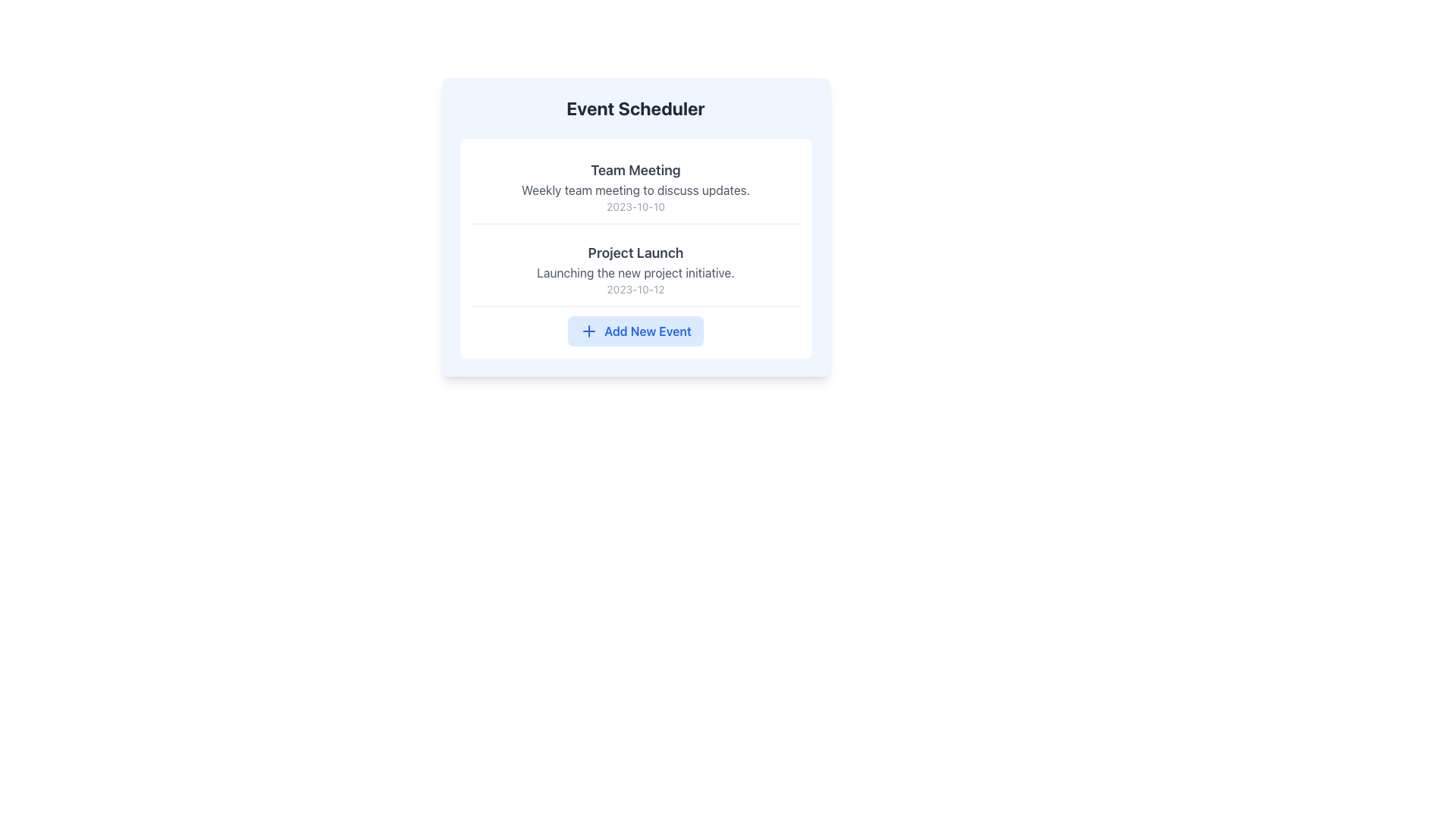  Describe the element at coordinates (635, 289) in the screenshot. I see `the text label indicating the scheduled date for the 'Project Launch' event, located at the bottom of the section following 'Launching the new project initiative.'` at that location.